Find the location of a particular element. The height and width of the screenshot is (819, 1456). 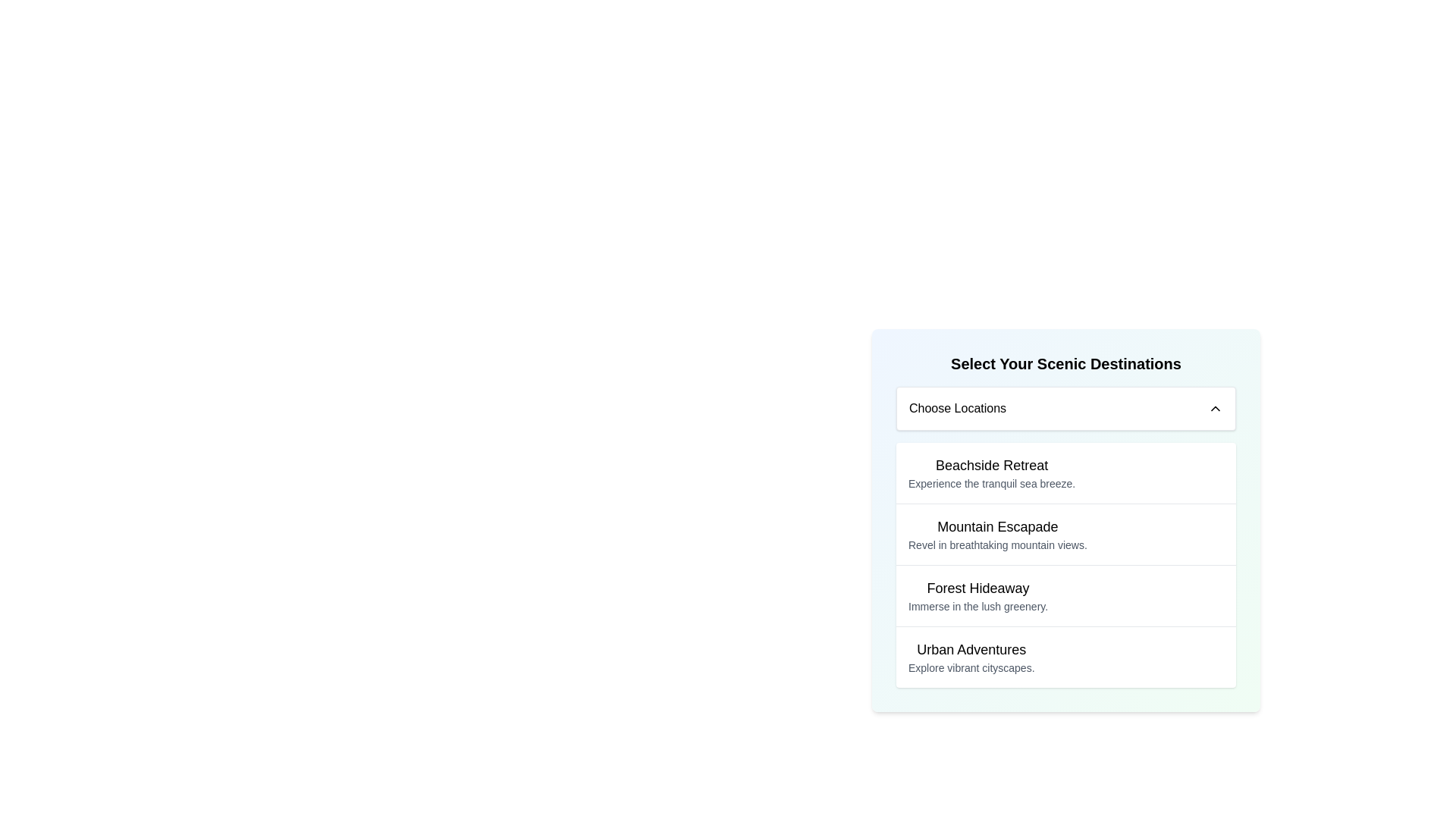

the Dropdown menu trigger labeled 'Choose Locations' is located at coordinates (1065, 408).